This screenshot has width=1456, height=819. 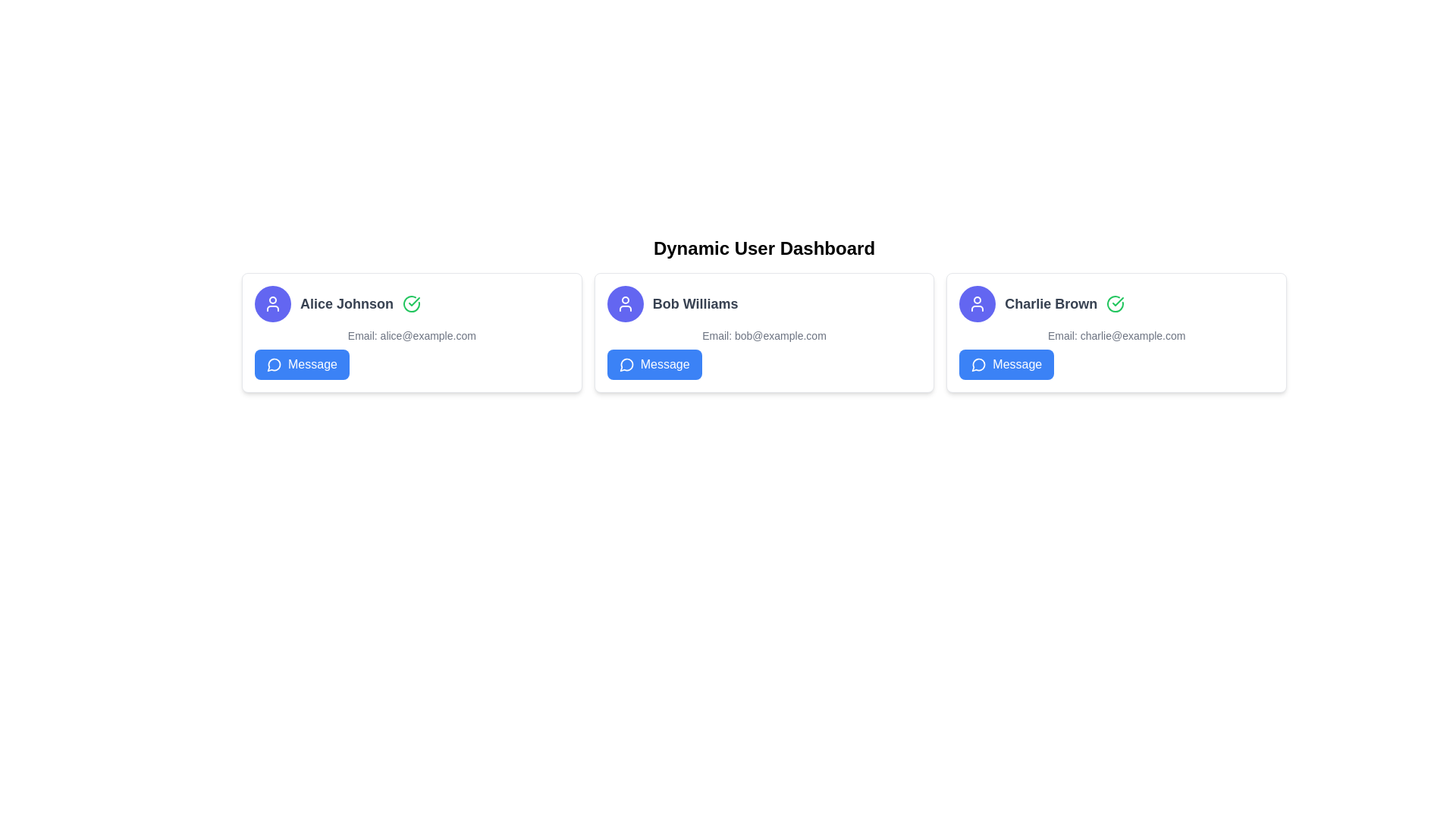 I want to click on the text element displaying the email address for the user 'Bob Williams', so click(x=764, y=335).